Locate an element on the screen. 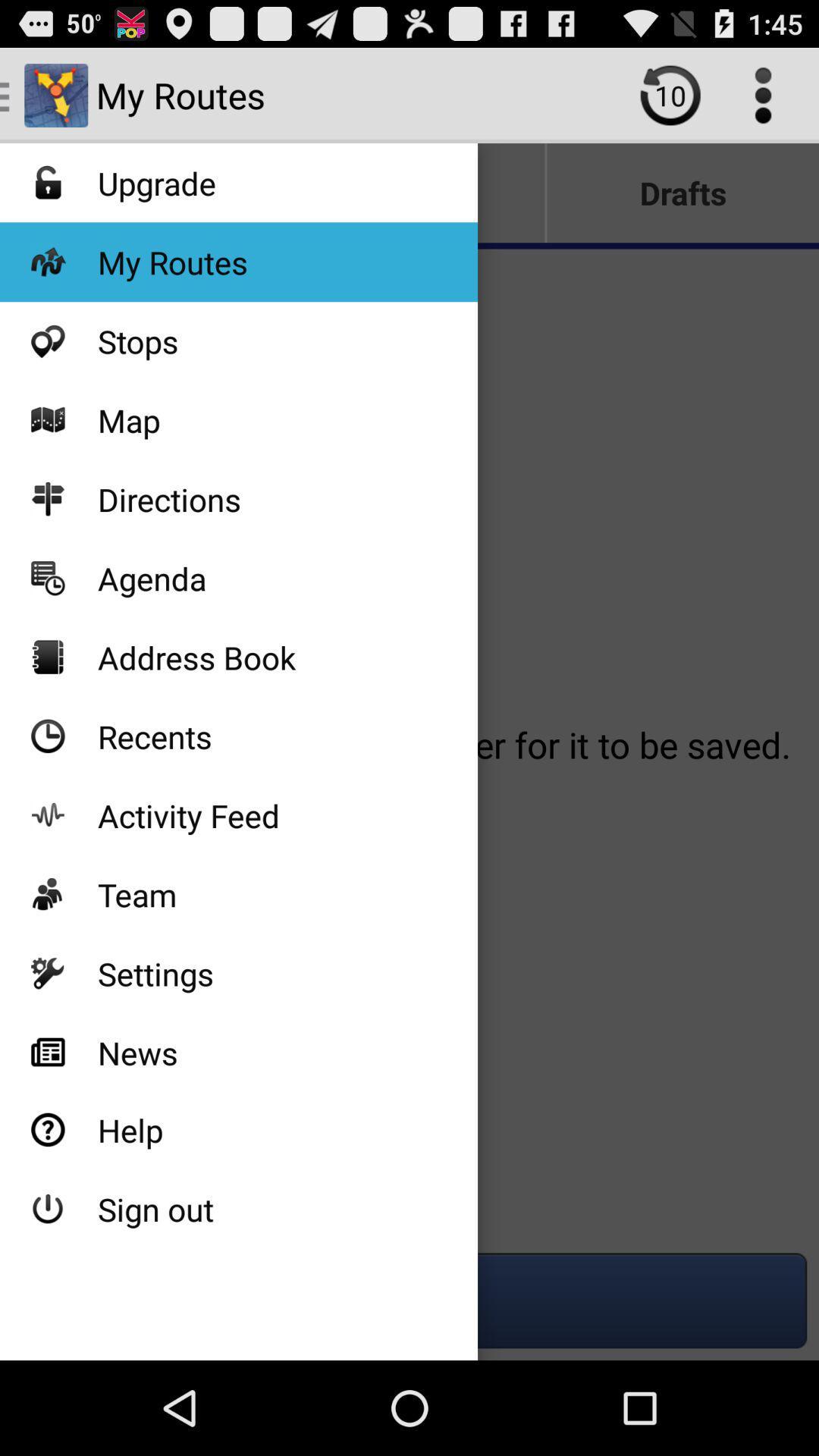  the icon which is beside activity feed is located at coordinates (47, 814).